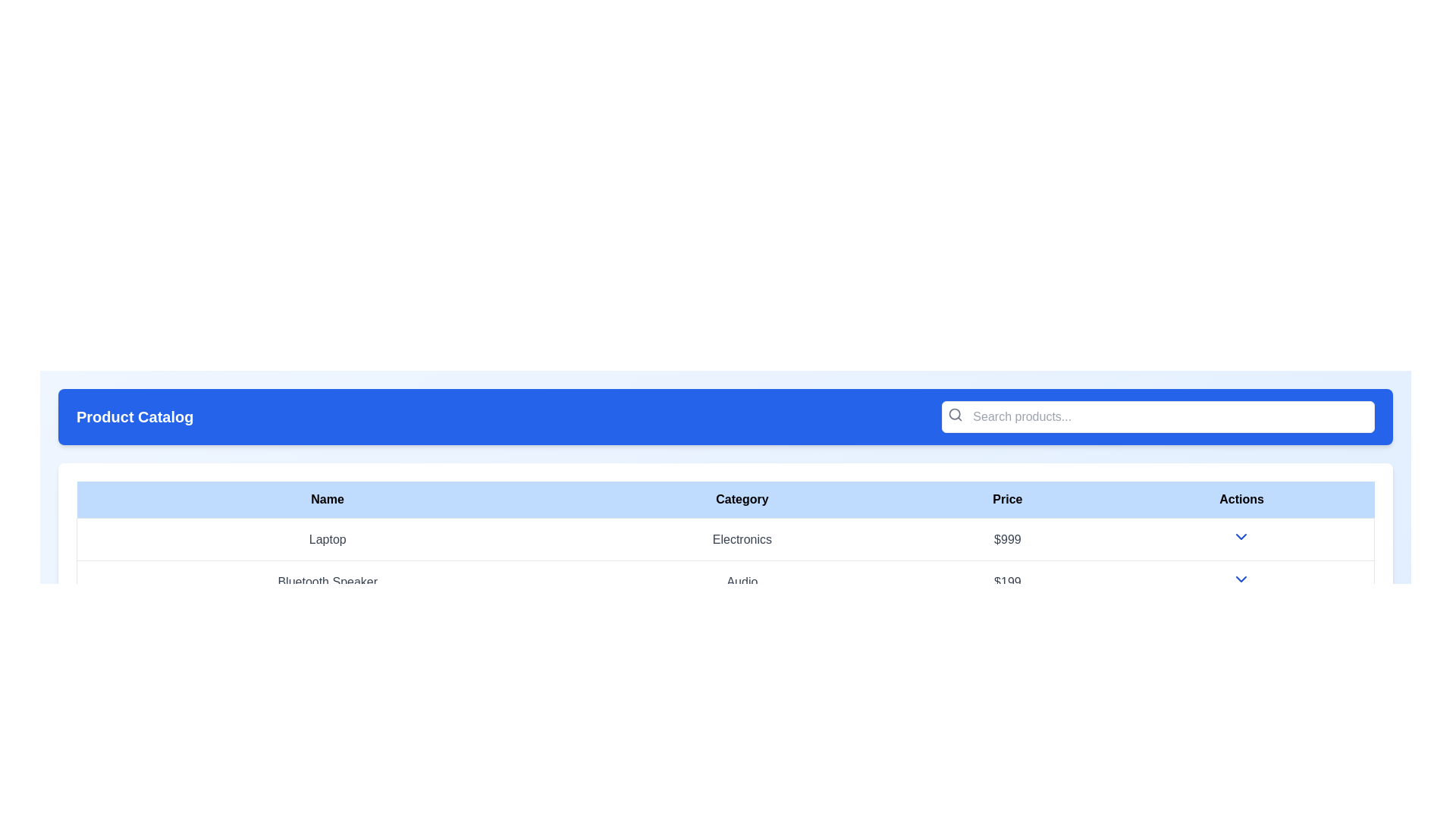 The width and height of the screenshot is (1456, 819). What do you see at coordinates (724, 538) in the screenshot?
I see `the 'Electronics' text label element, which is styled in gray and located in the second column of the first row under the 'Category' header in the table layout` at bounding box center [724, 538].